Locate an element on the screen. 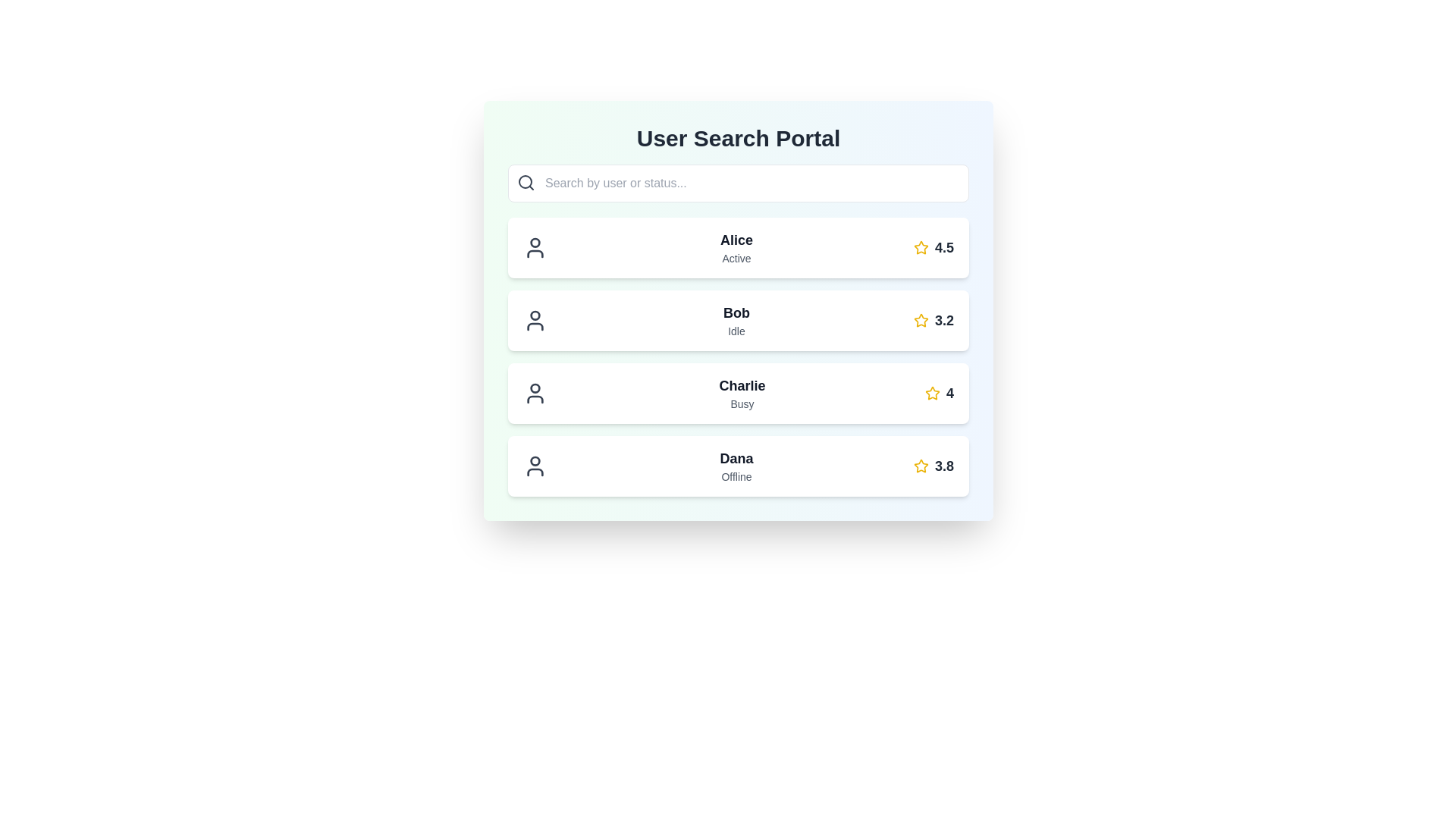 This screenshot has width=1456, height=819. label 'Alice' which is styled in bold and is the primary label within the user card at the top of the list is located at coordinates (736, 239).